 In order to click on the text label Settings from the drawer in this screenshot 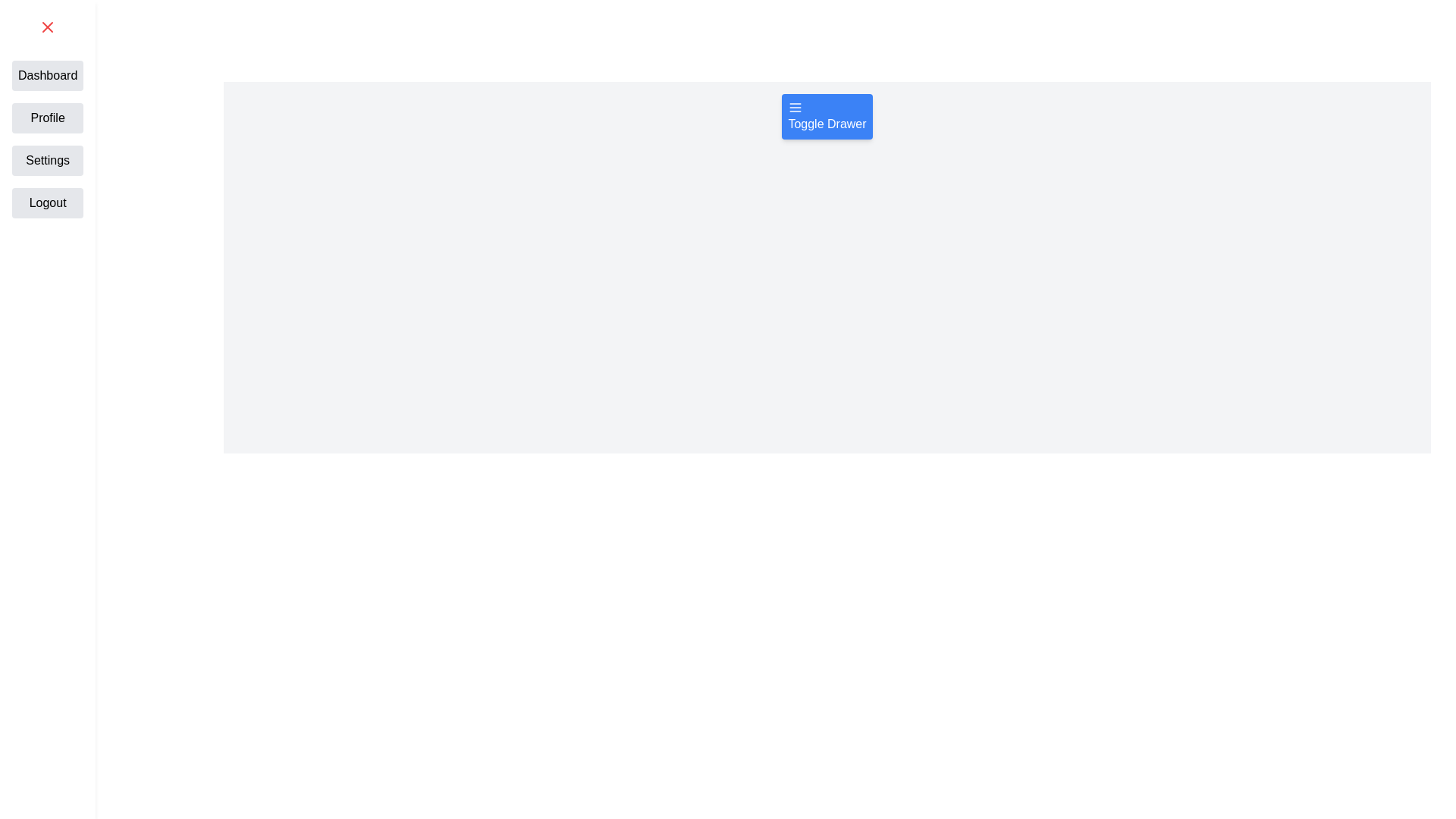, I will do `click(48, 161)`.